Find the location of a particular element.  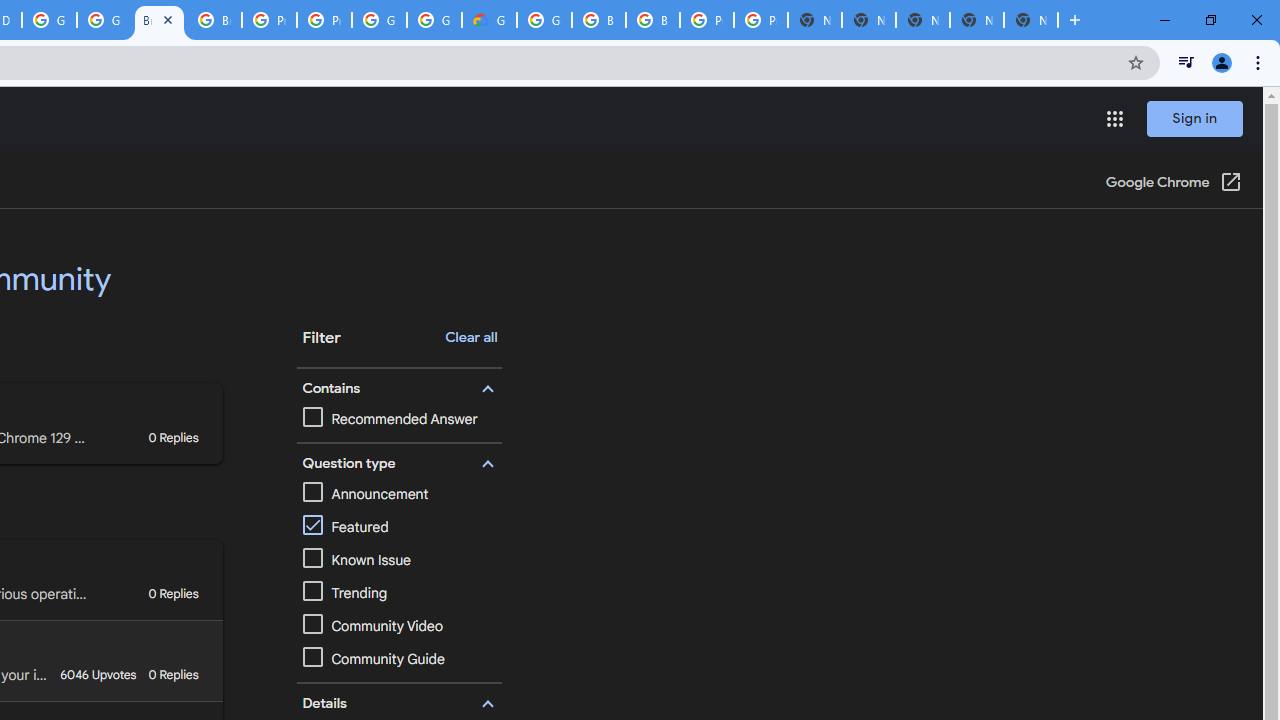

'Featured' is located at coordinates (345, 526).